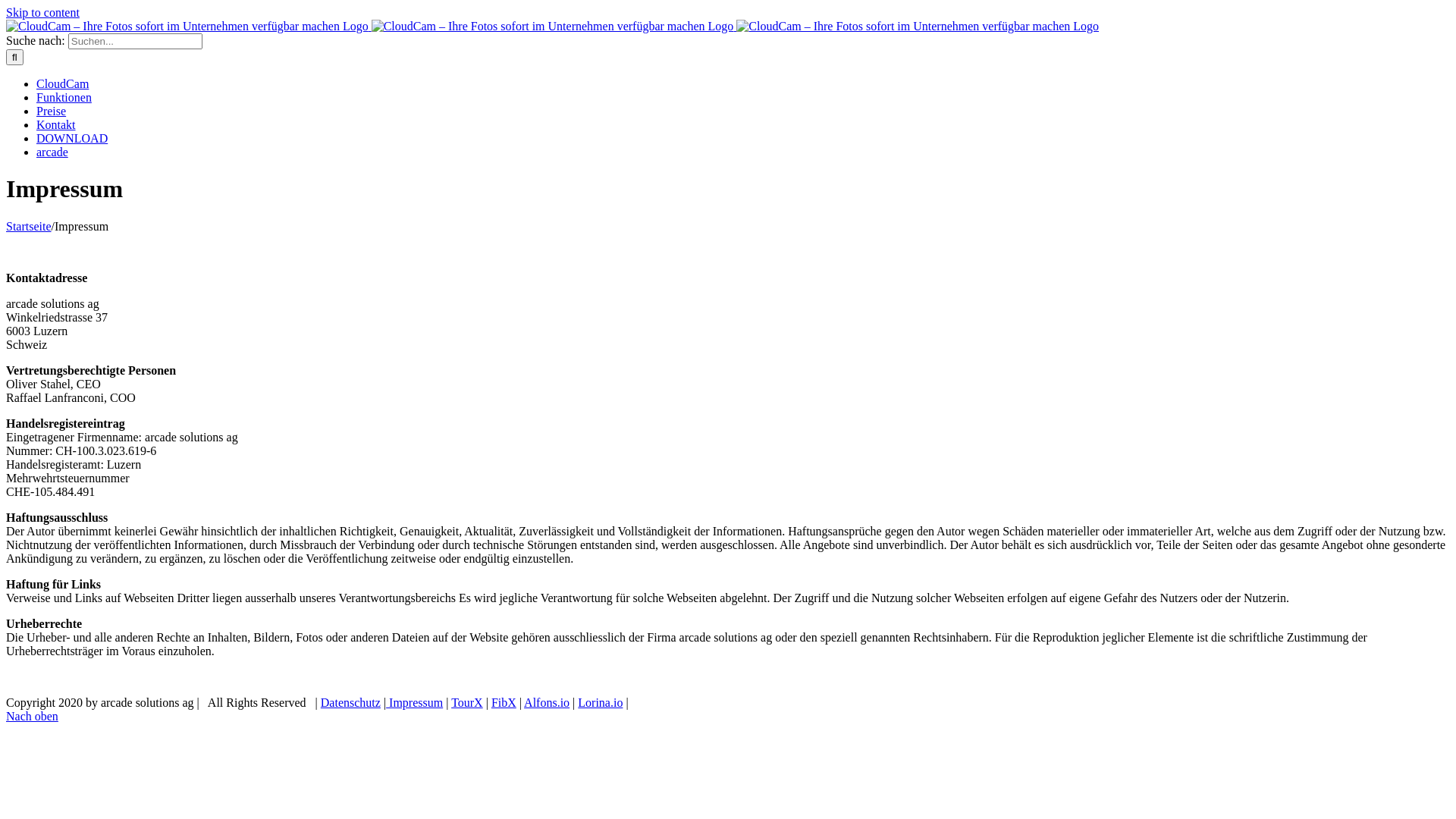  Describe the element at coordinates (414, 702) in the screenshot. I see `'Impressum'` at that location.